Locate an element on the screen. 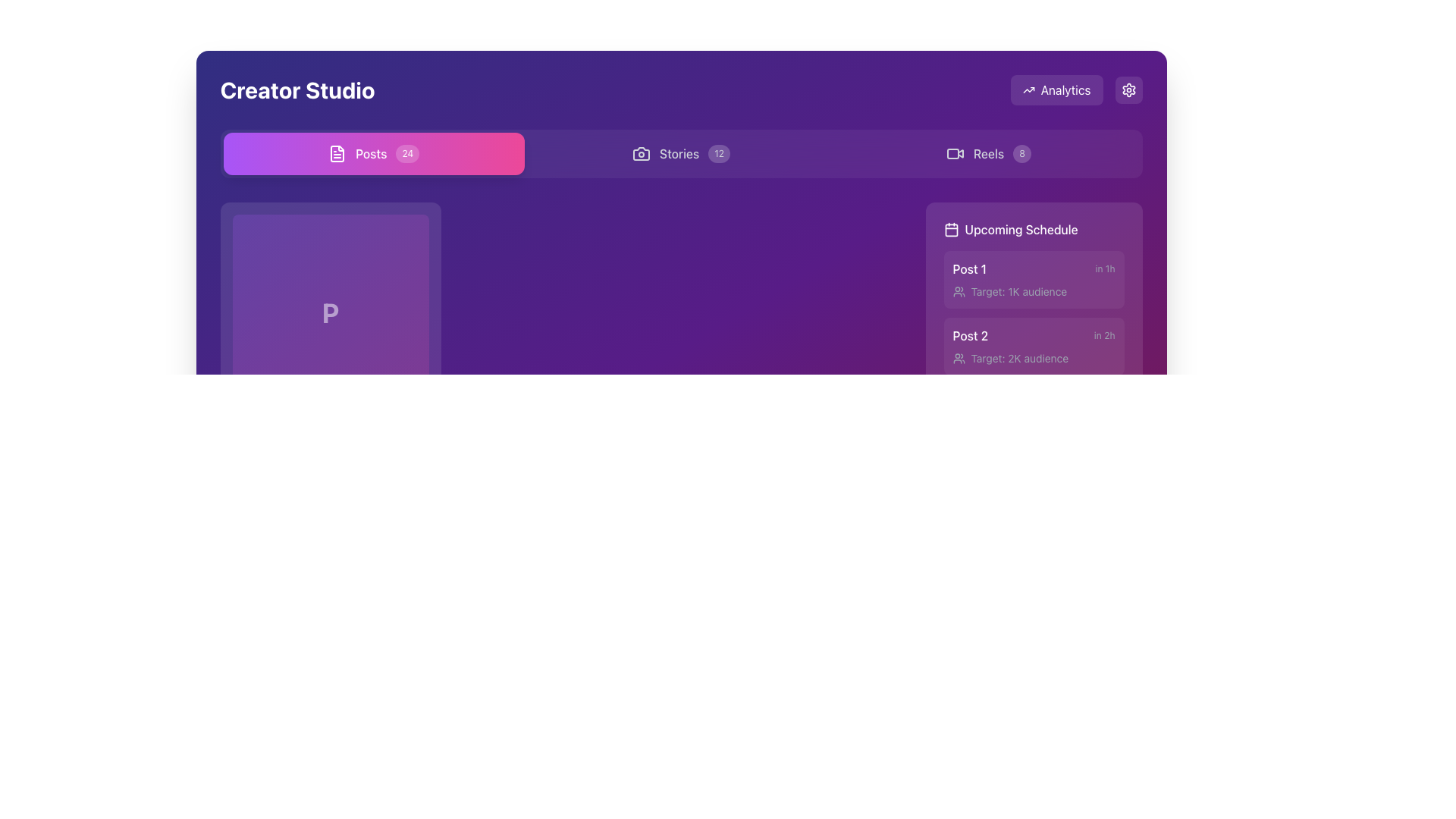 This screenshot has width=1456, height=819. the text label displaying 'Target: 1K audience', located under the 'Upcoming Schedule' section associated with 'Post 1', next to the user groups icon is located at coordinates (1018, 292).